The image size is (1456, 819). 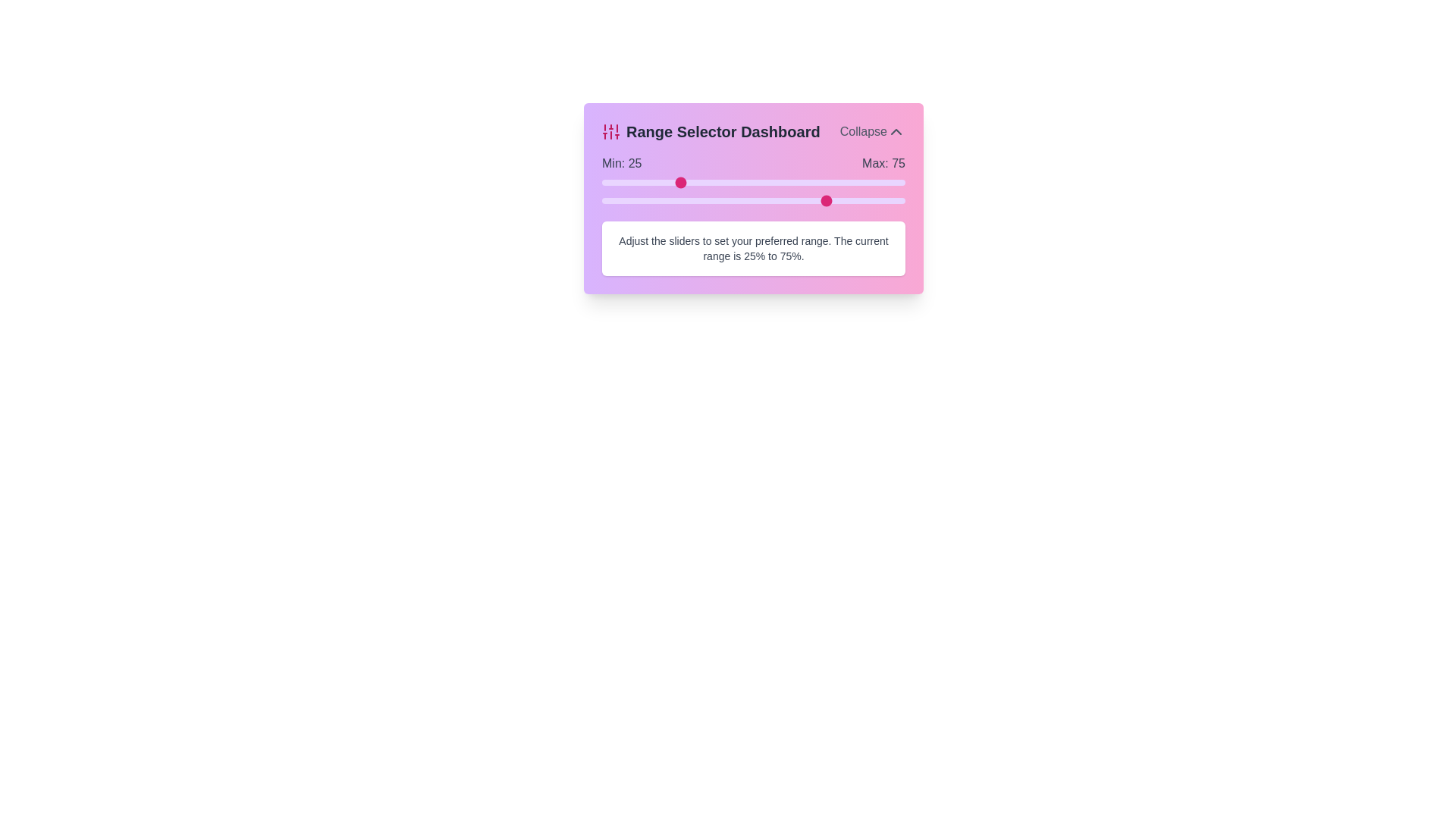 What do you see at coordinates (654, 181) in the screenshot?
I see `the minimum range slider to 17%` at bounding box center [654, 181].